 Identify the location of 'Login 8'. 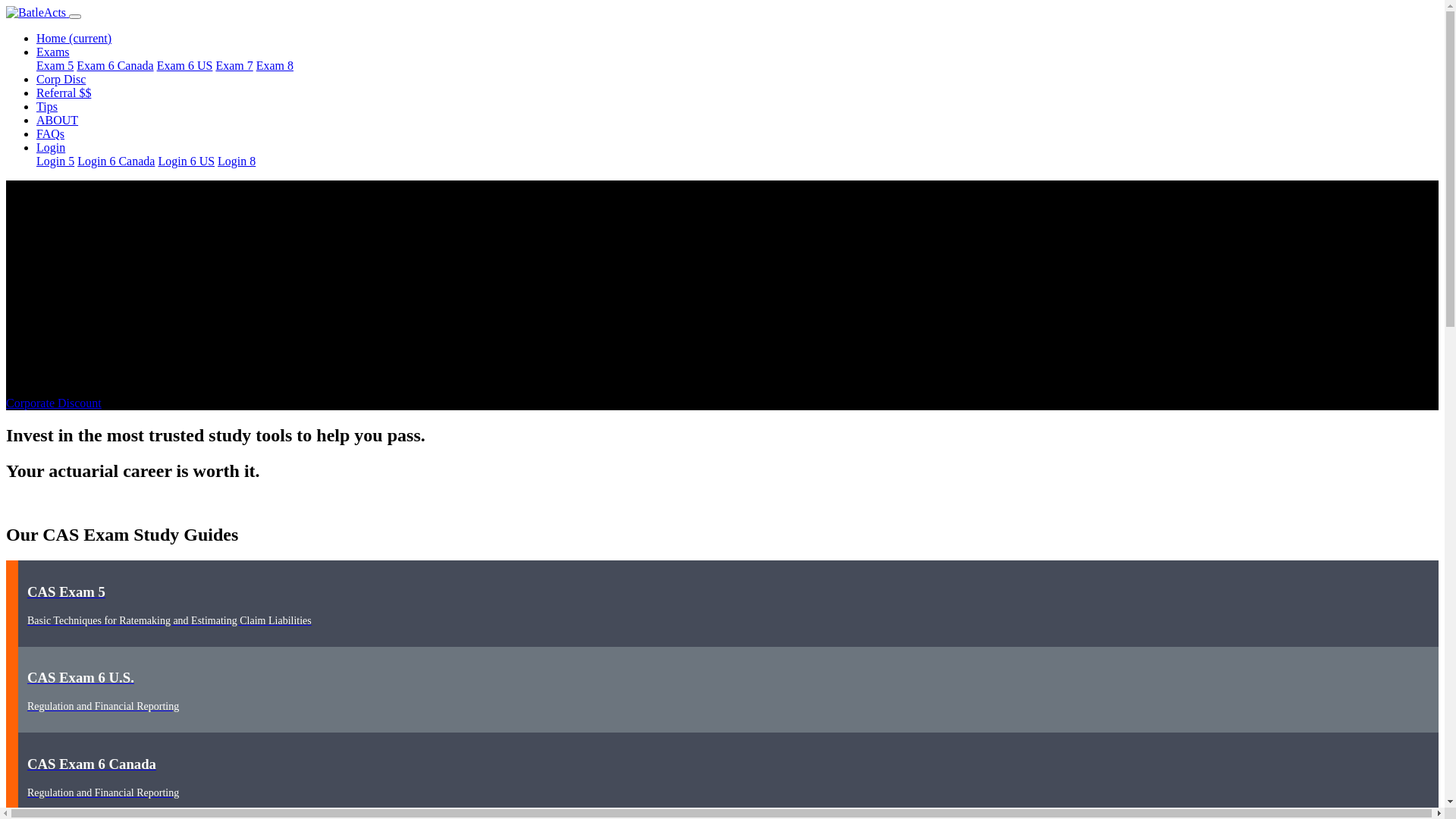
(236, 161).